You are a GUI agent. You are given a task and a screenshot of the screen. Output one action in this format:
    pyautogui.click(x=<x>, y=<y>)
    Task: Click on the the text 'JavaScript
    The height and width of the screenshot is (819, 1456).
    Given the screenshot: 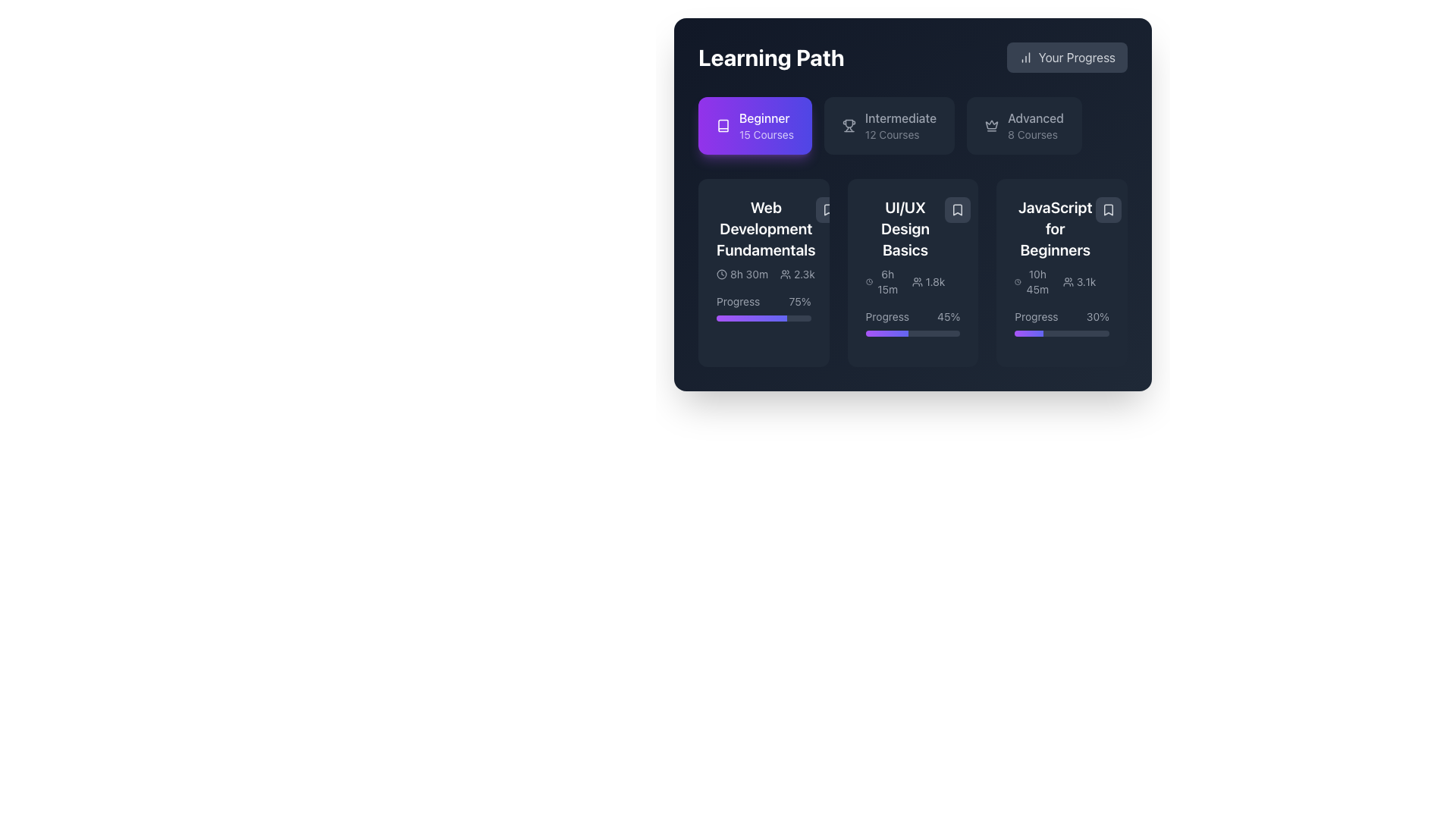 What is the action you would take?
    pyautogui.click(x=1054, y=228)
    